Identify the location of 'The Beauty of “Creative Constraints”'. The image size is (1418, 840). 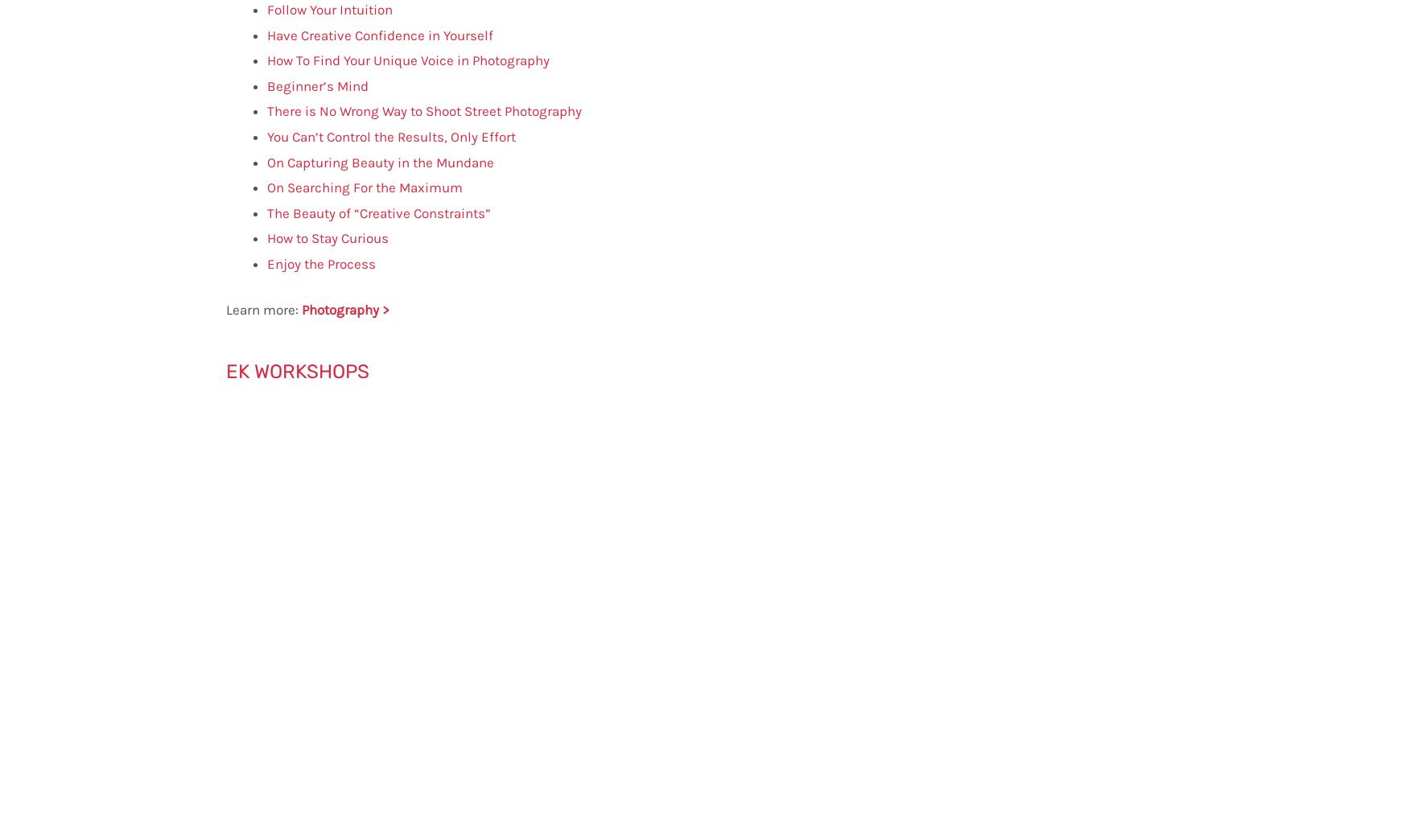
(377, 212).